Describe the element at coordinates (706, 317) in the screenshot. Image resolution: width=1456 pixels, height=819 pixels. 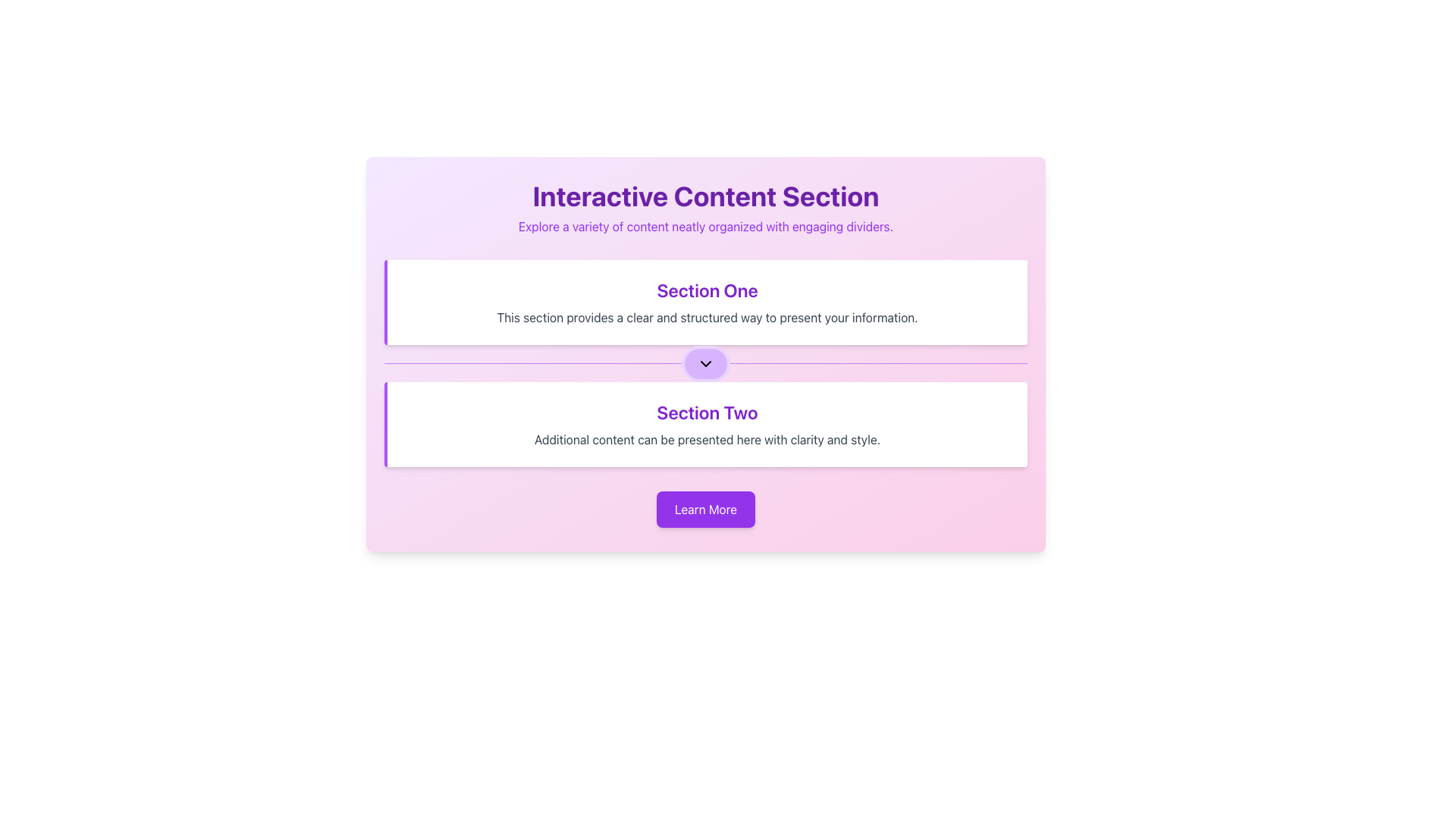
I see `the text element that reads 'This section provides a clear and structured way to present your information.' which is located directly below the 'Section One' header` at that location.